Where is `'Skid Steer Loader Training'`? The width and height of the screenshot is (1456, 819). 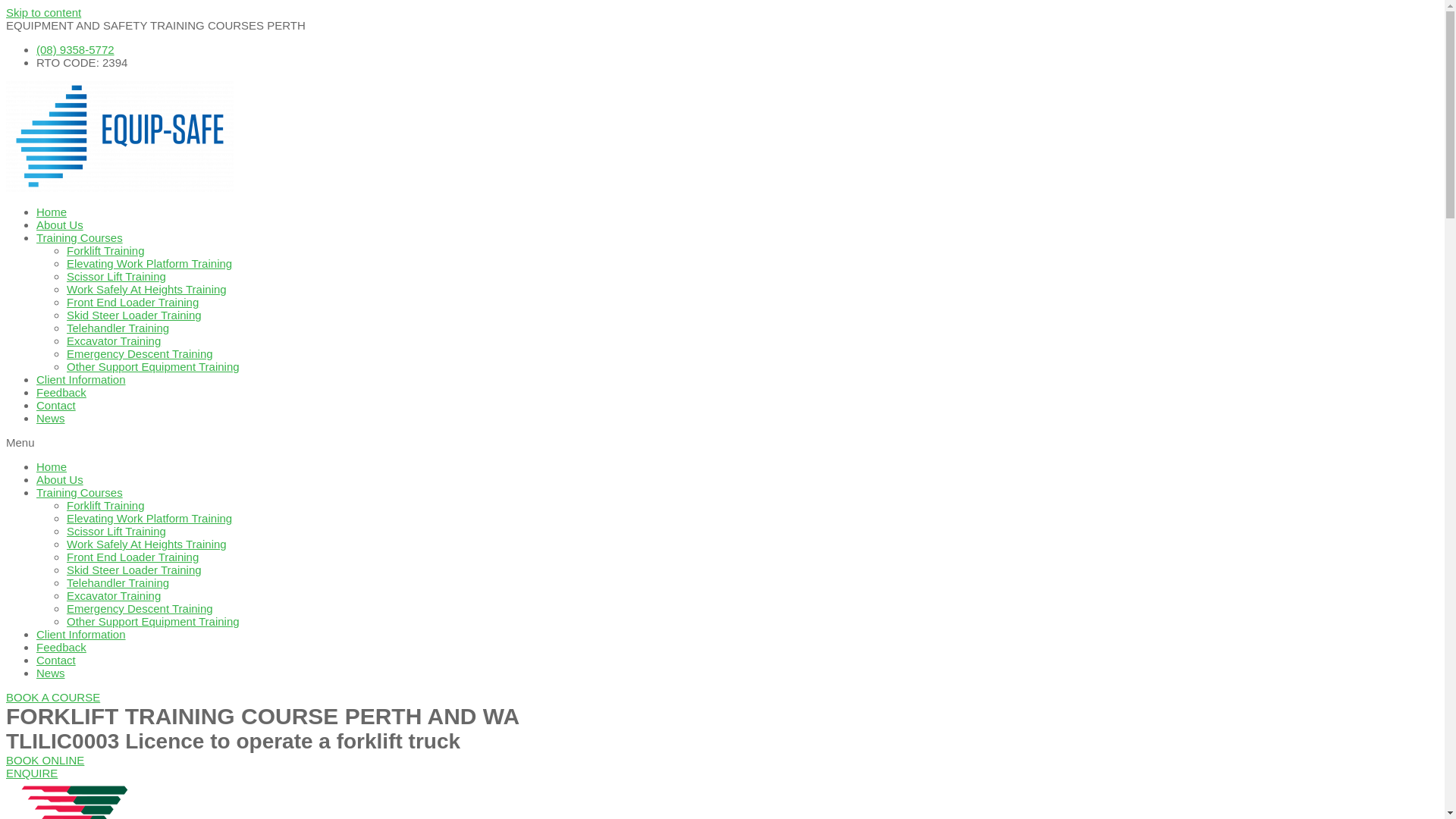 'Skid Steer Loader Training' is located at coordinates (134, 570).